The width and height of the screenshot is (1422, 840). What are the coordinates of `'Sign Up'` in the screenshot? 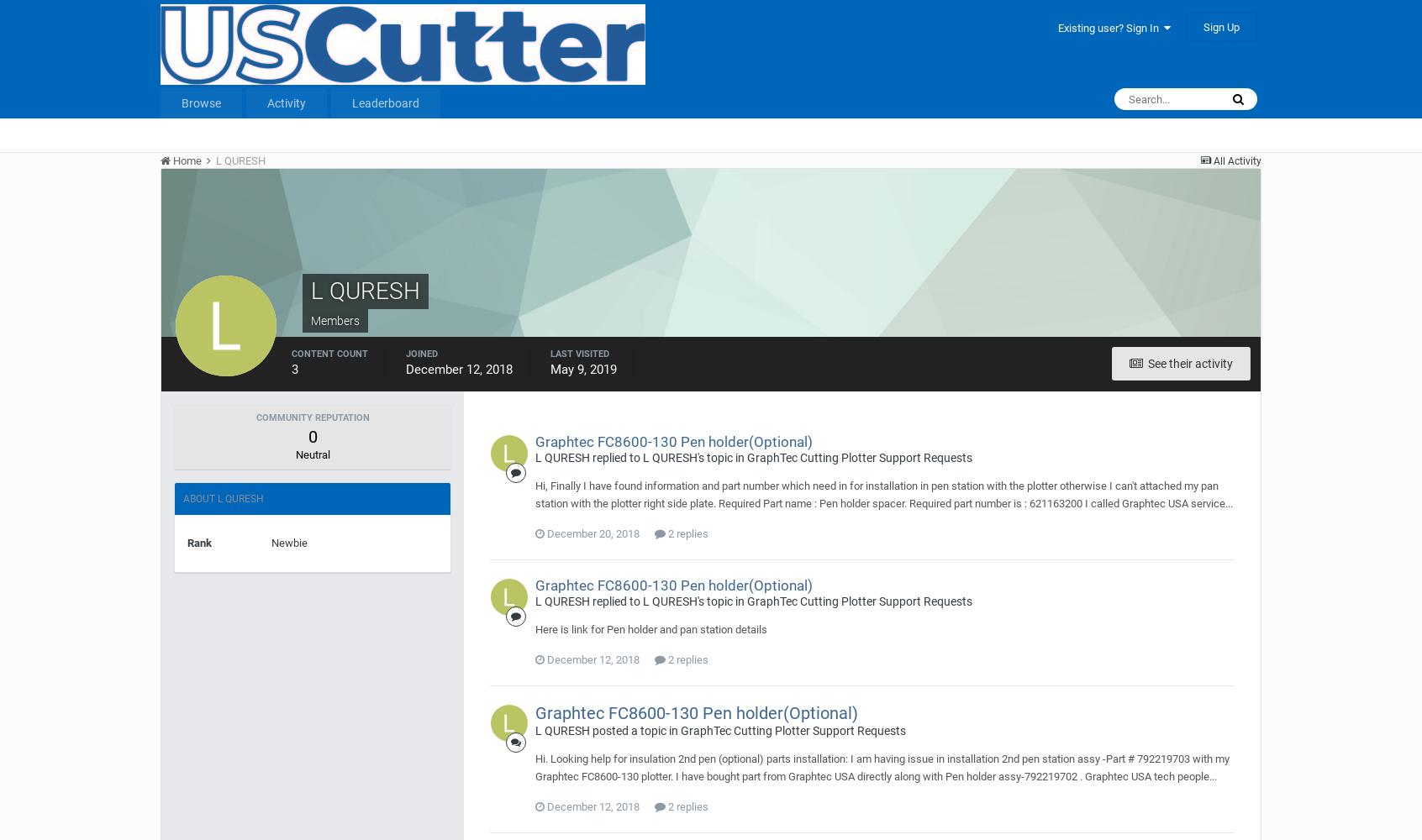 It's located at (1220, 27).